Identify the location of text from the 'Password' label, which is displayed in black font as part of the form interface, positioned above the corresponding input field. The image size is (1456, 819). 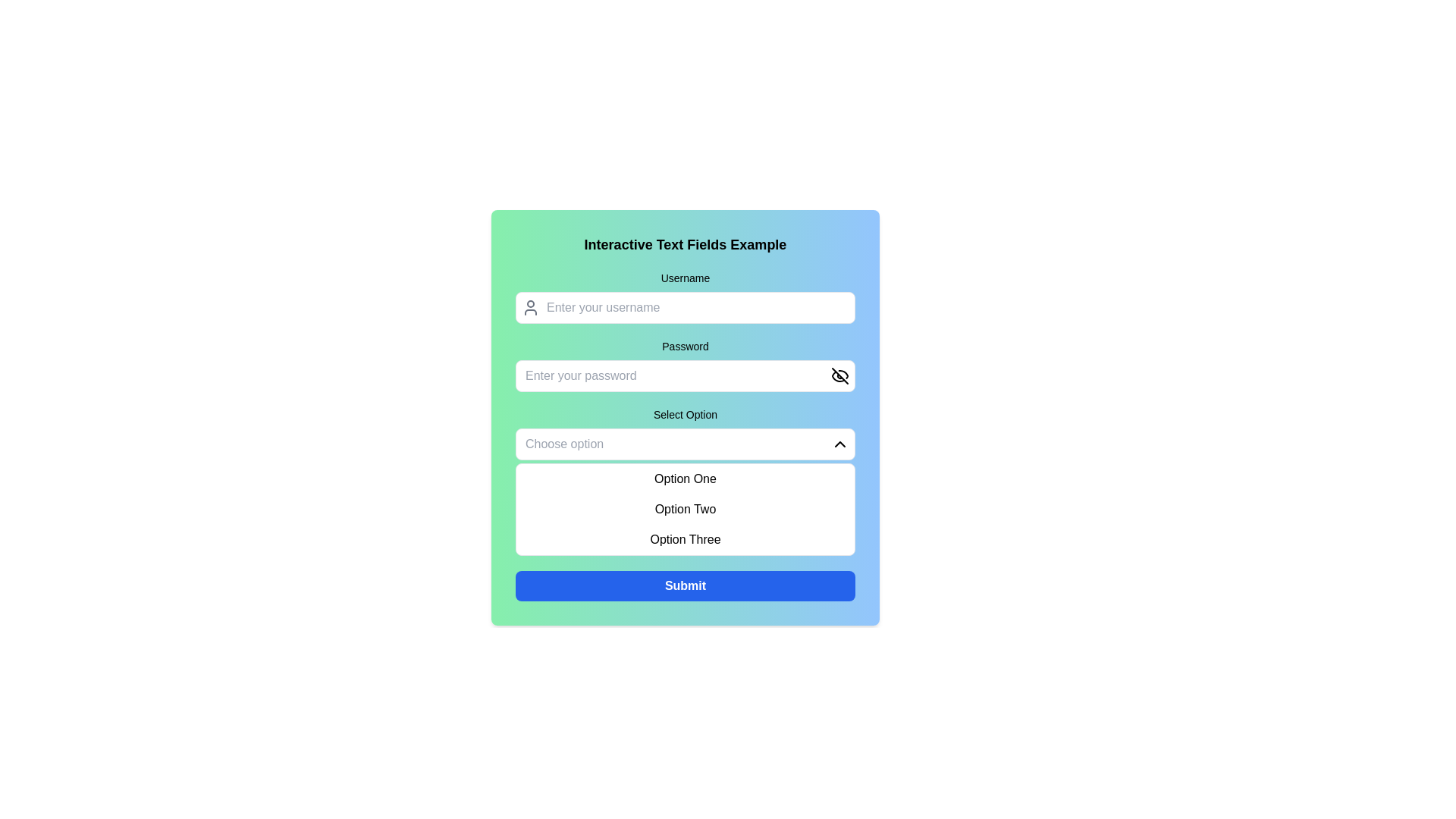
(684, 346).